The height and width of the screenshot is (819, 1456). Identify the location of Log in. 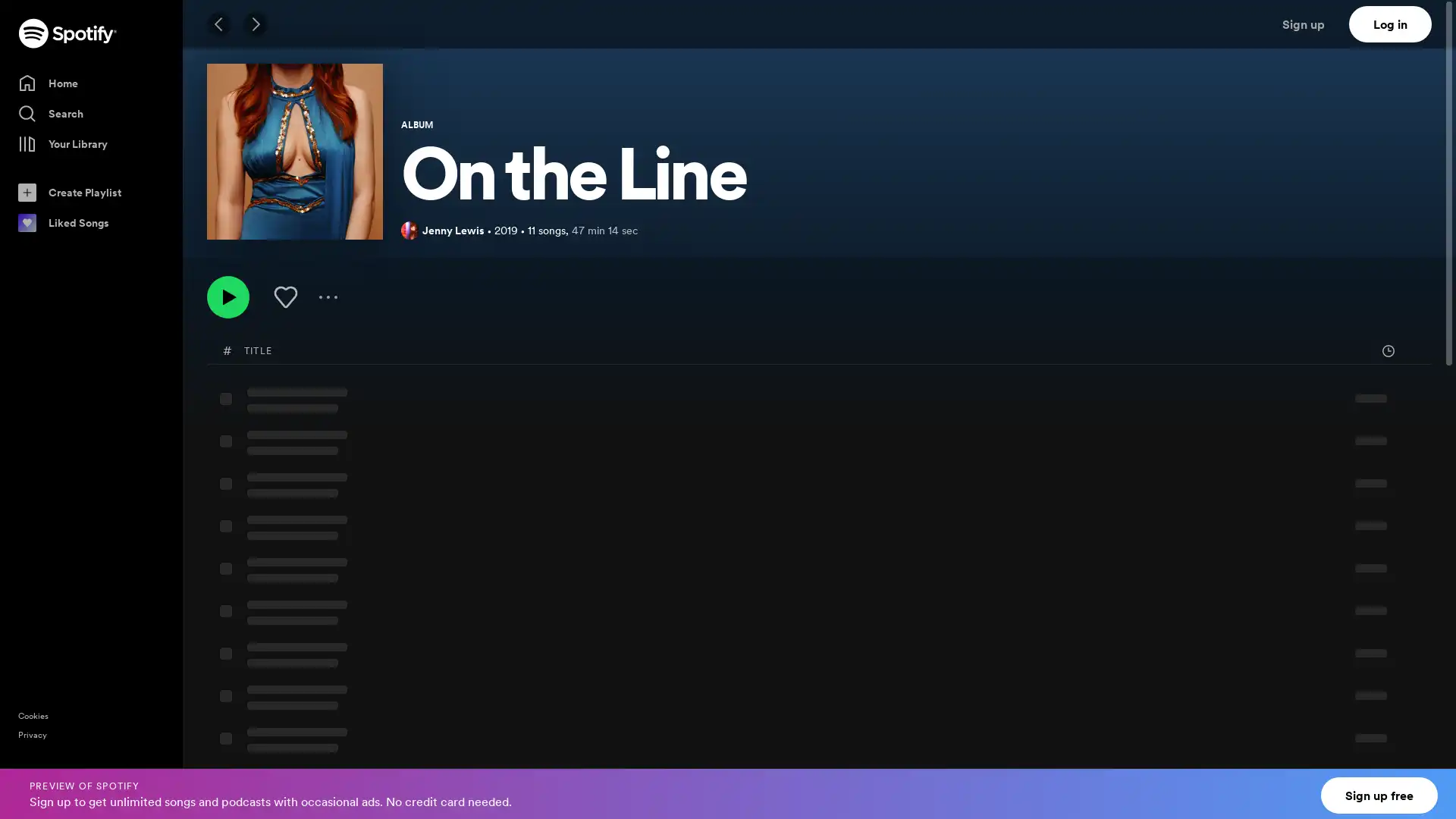
(1390, 24).